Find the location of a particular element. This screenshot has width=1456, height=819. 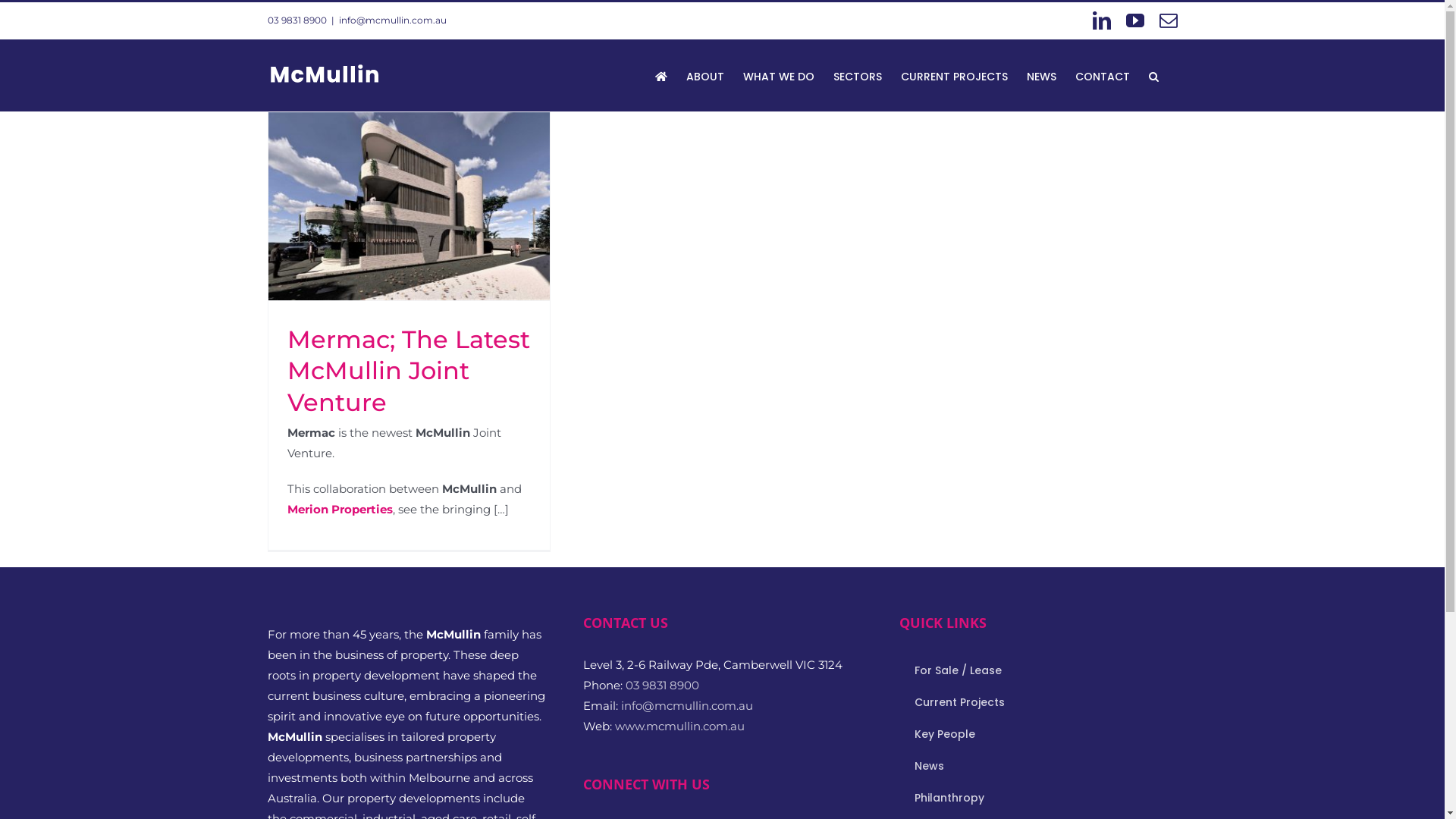

'Philanthropy' is located at coordinates (1037, 798).